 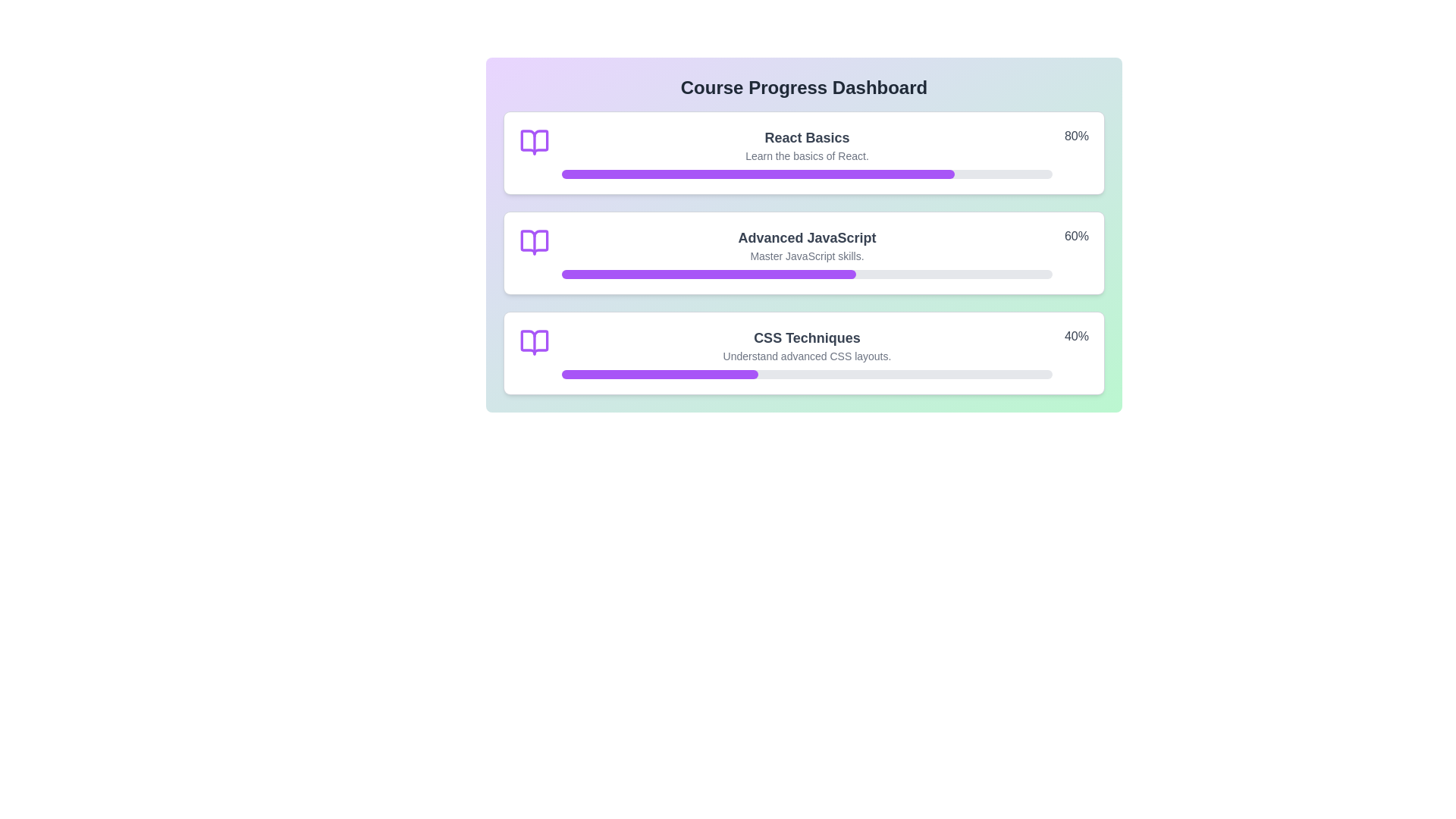 I want to click on the text label displaying '60%' in the second card labeled 'Advanced JavaScript', positioned towards the top-right corner of the card, so click(x=1076, y=237).